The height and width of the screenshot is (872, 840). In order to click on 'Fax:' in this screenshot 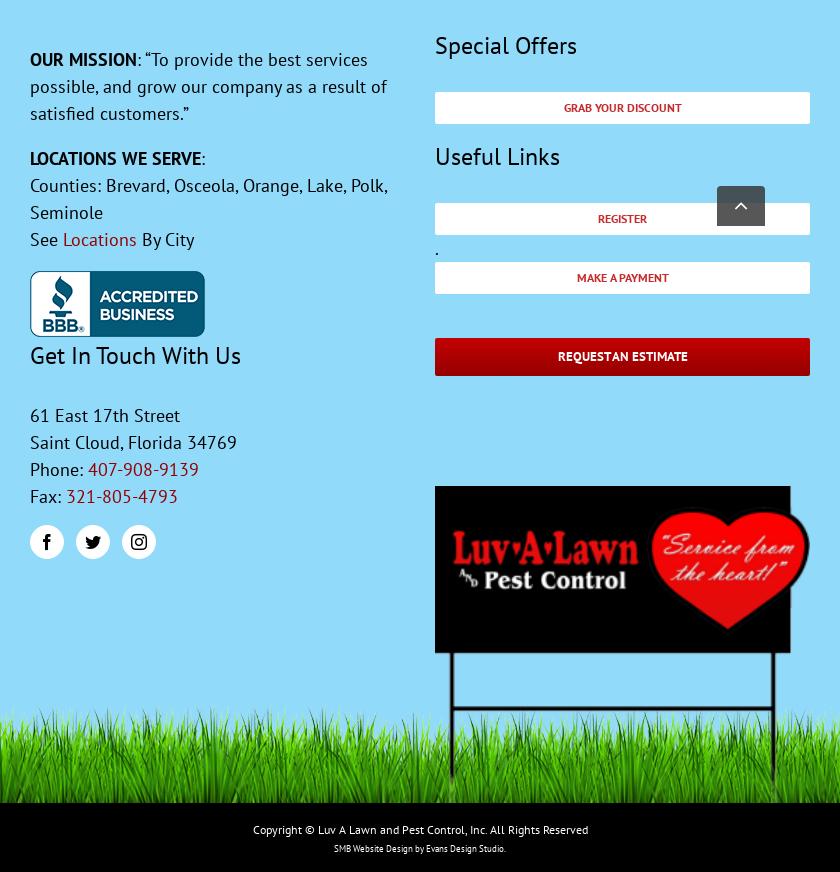, I will do `click(47, 495)`.